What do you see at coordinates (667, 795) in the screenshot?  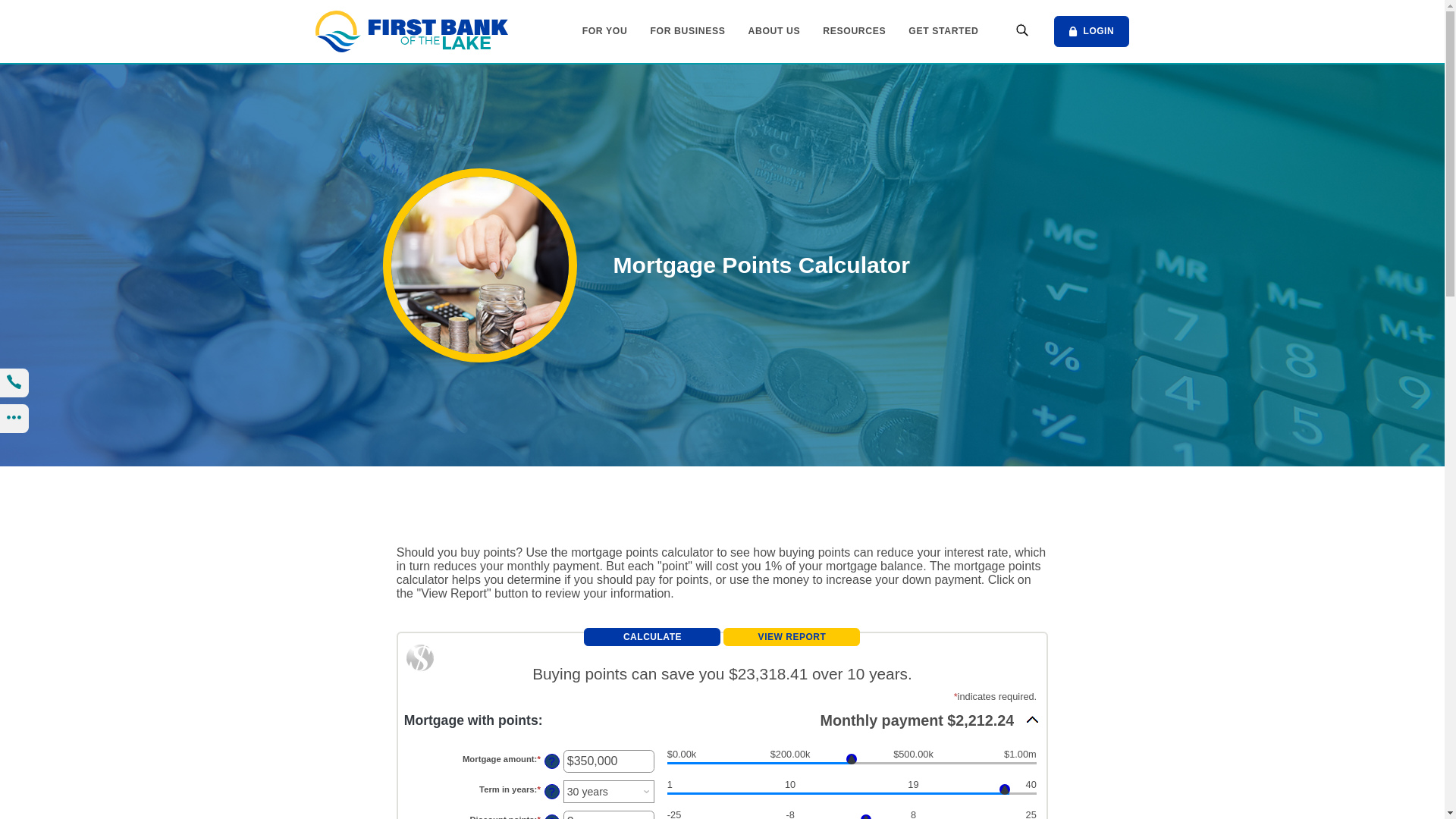 I see `'Term in years slider'` at bounding box center [667, 795].